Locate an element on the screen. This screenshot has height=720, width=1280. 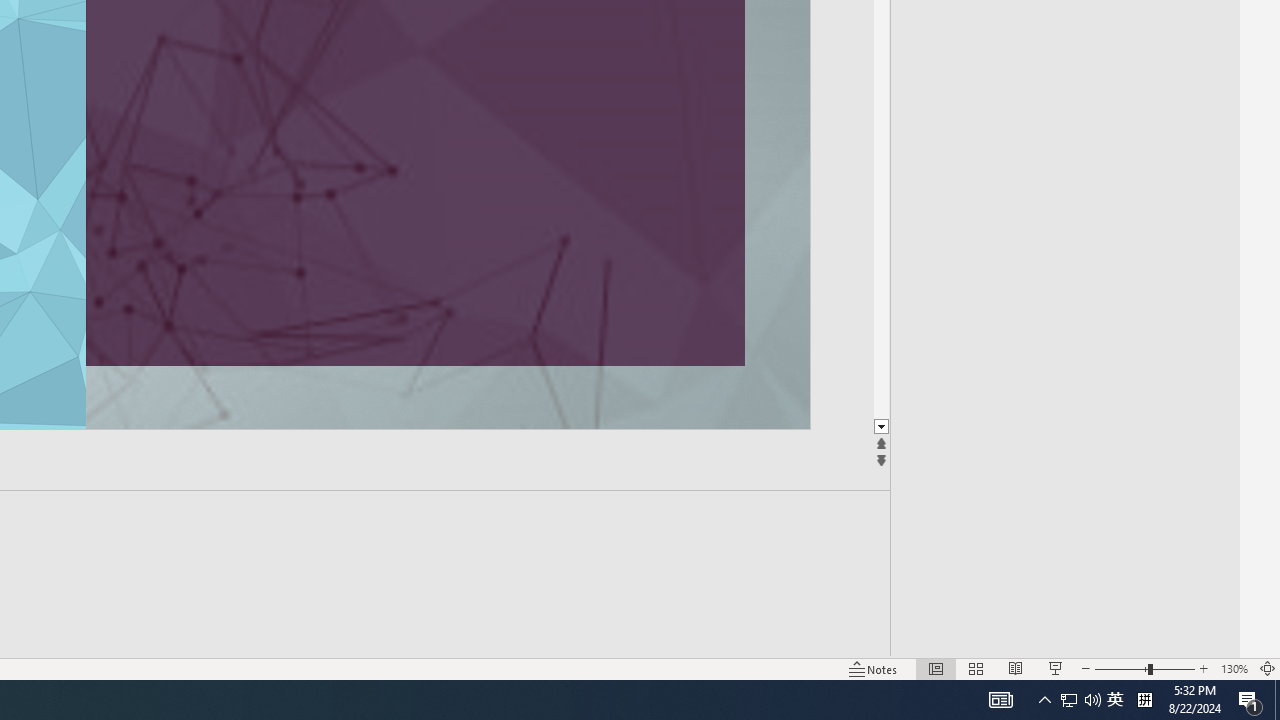
'Notes ' is located at coordinates (874, 669).